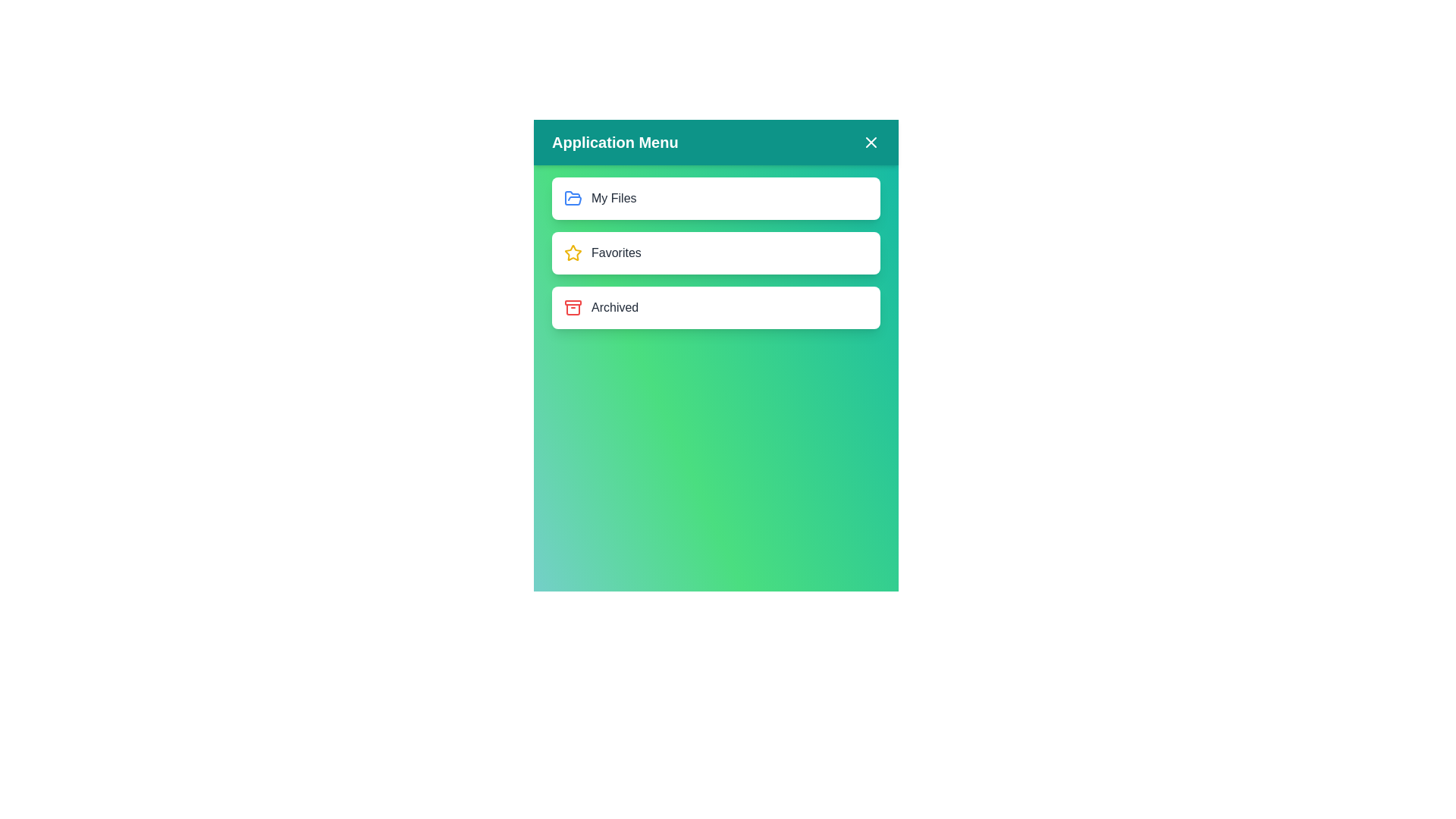 This screenshot has width=1456, height=819. What do you see at coordinates (572, 307) in the screenshot?
I see `the icon of the menu item Archived` at bounding box center [572, 307].